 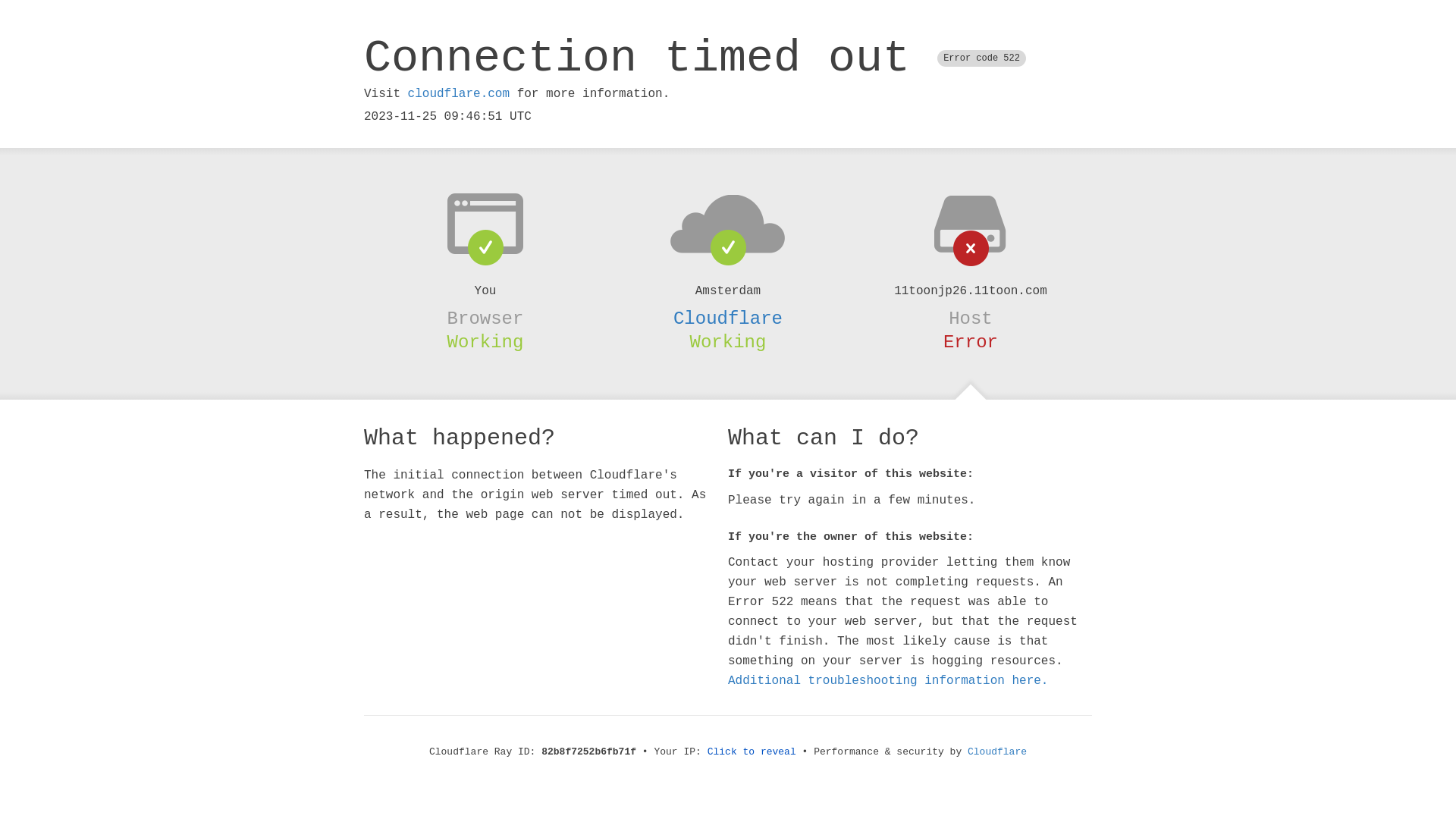 What do you see at coordinates (728, 318) in the screenshot?
I see `'Cloudflare'` at bounding box center [728, 318].